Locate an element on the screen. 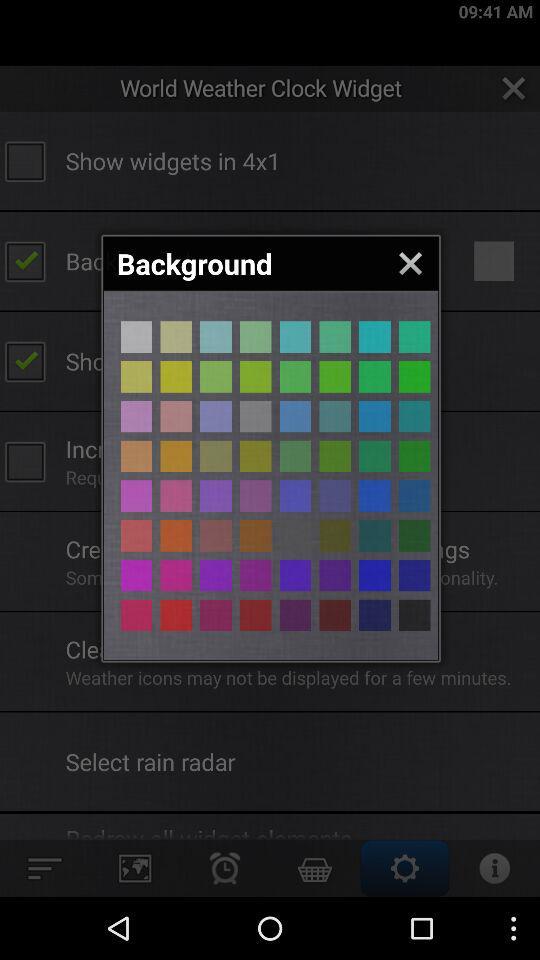 Image resolution: width=540 pixels, height=960 pixels. color button is located at coordinates (294, 337).